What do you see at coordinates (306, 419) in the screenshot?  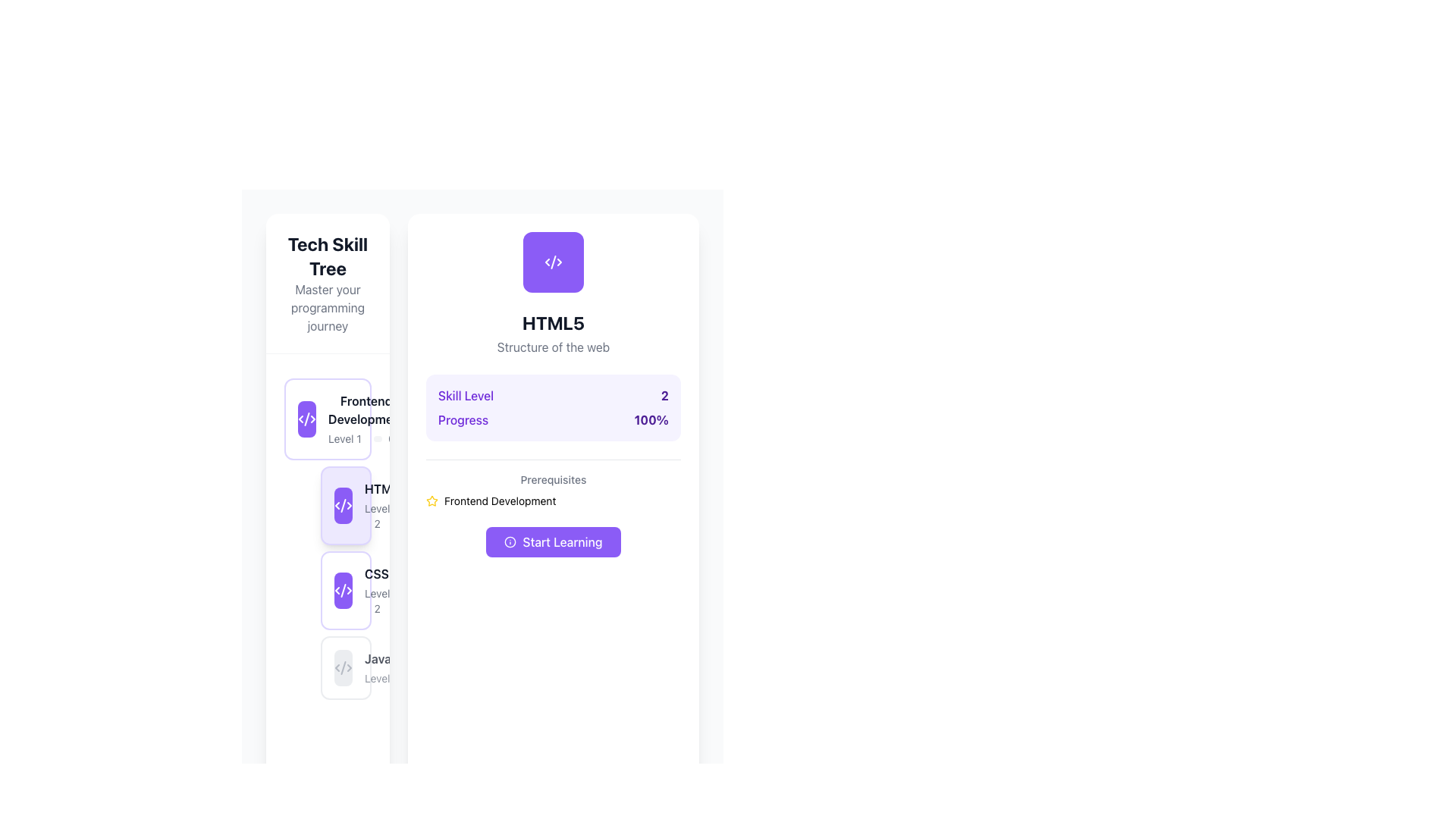 I see `the violet square icon with rounded corners that represents XML code brackets, positioned to the left of the 'Frontend Development Level 10%' card in the skill tree` at bounding box center [306, 419].